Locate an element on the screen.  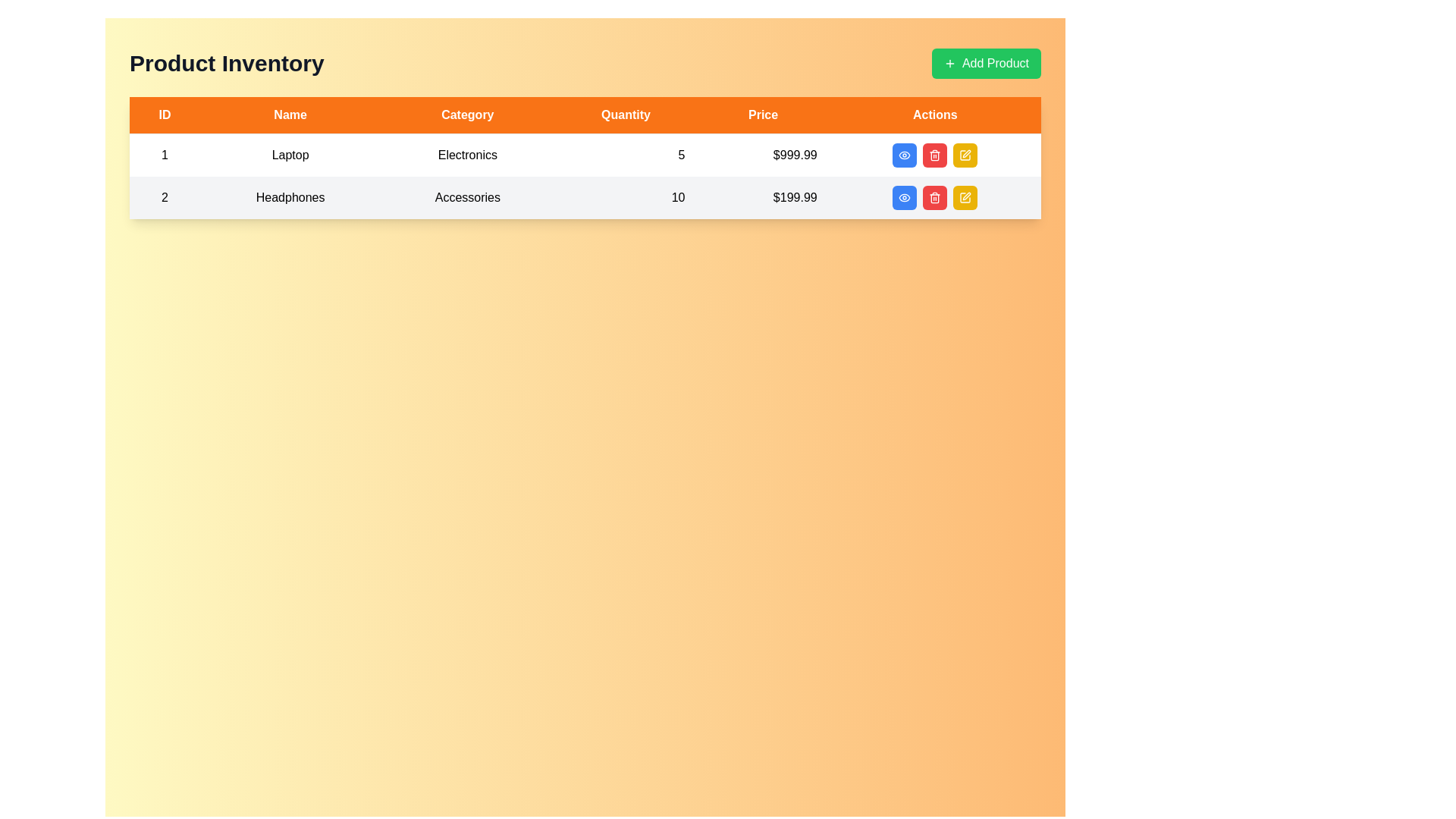
the label indicating the category 'Electronics' in the third column of the first row of the data table is located at coordinates (466, 155).